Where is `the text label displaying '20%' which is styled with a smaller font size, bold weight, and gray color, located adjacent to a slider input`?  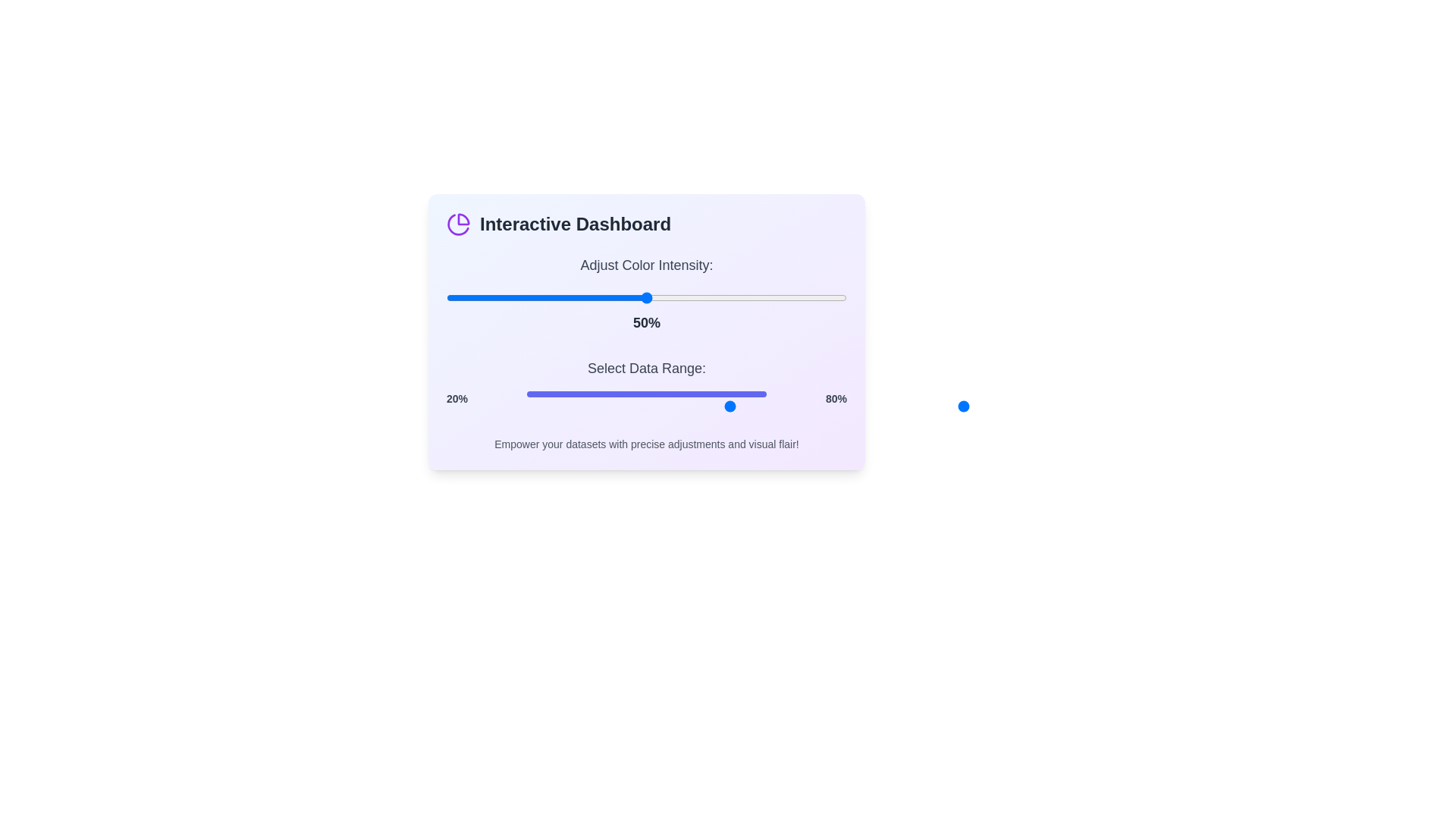
the text label displaying '20%' which is styled with a smaller font size, bold weight, and gray color, located adjacent to a slider input is located at coordinates (457, 397).